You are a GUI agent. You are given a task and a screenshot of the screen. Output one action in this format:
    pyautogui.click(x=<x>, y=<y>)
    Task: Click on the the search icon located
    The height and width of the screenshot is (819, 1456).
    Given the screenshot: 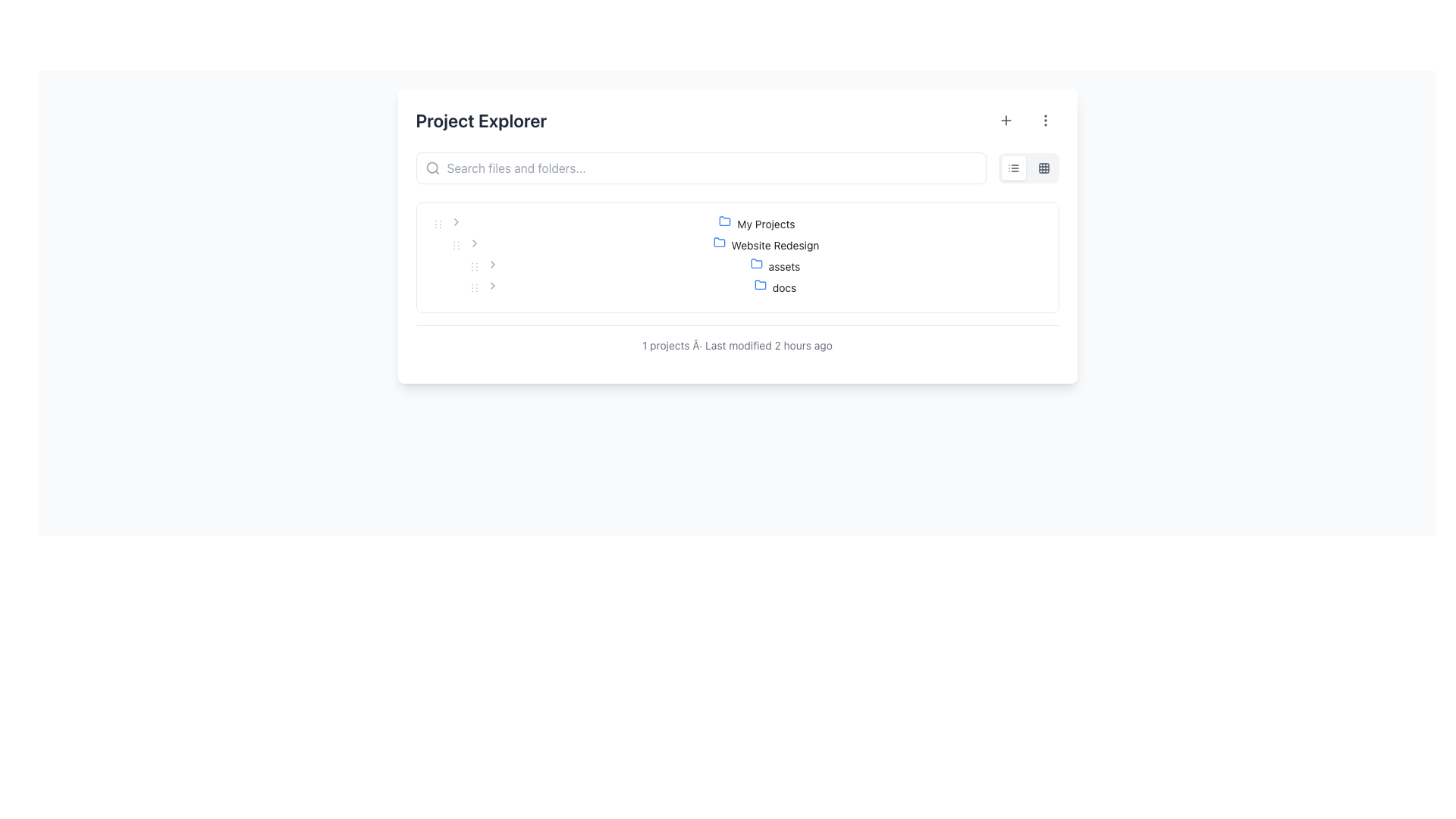 What is the action you would take?
    pyautogui.click(x=431, y=168)
    